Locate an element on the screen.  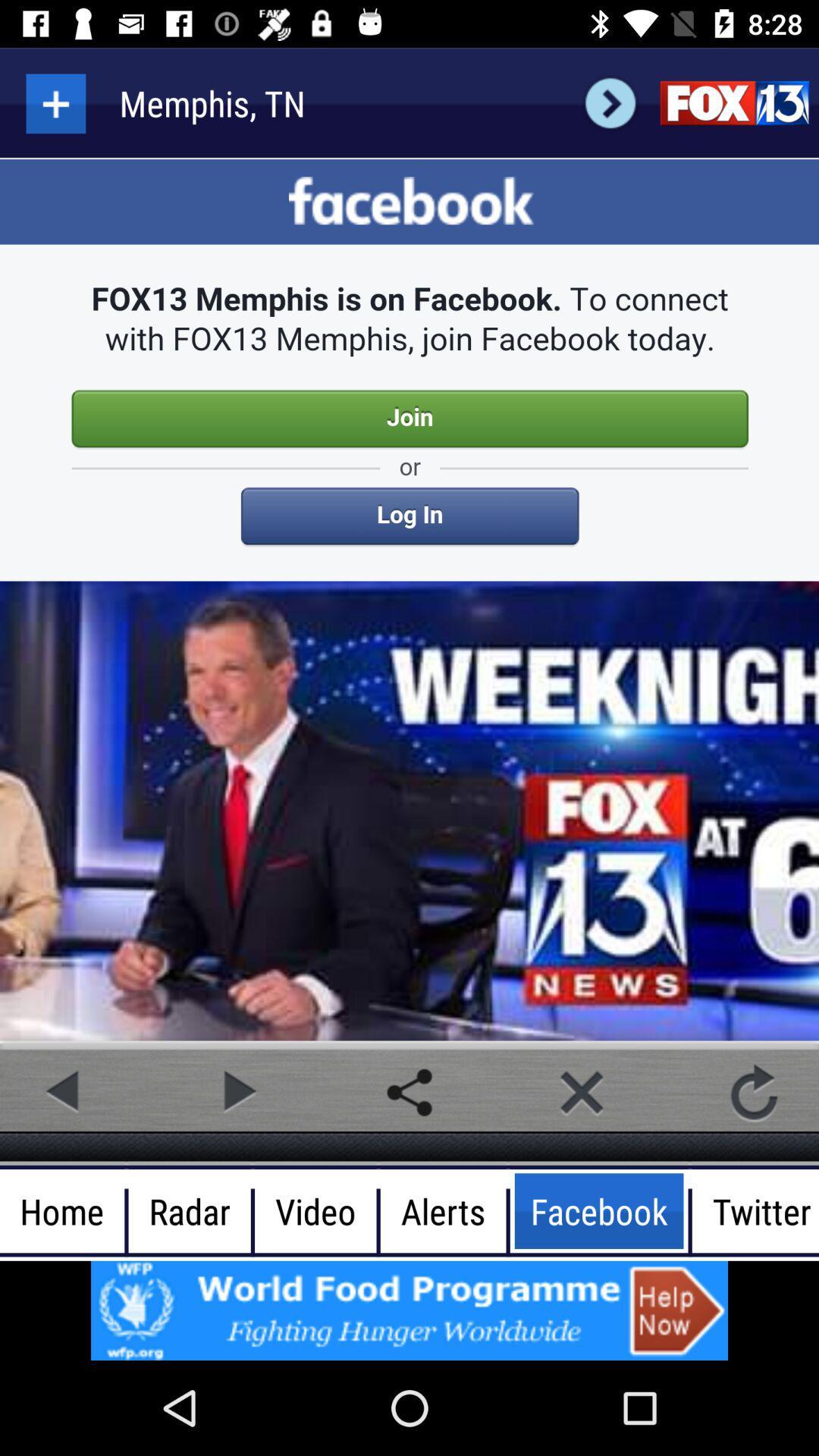
back ward is located at coordinates (610, 102).